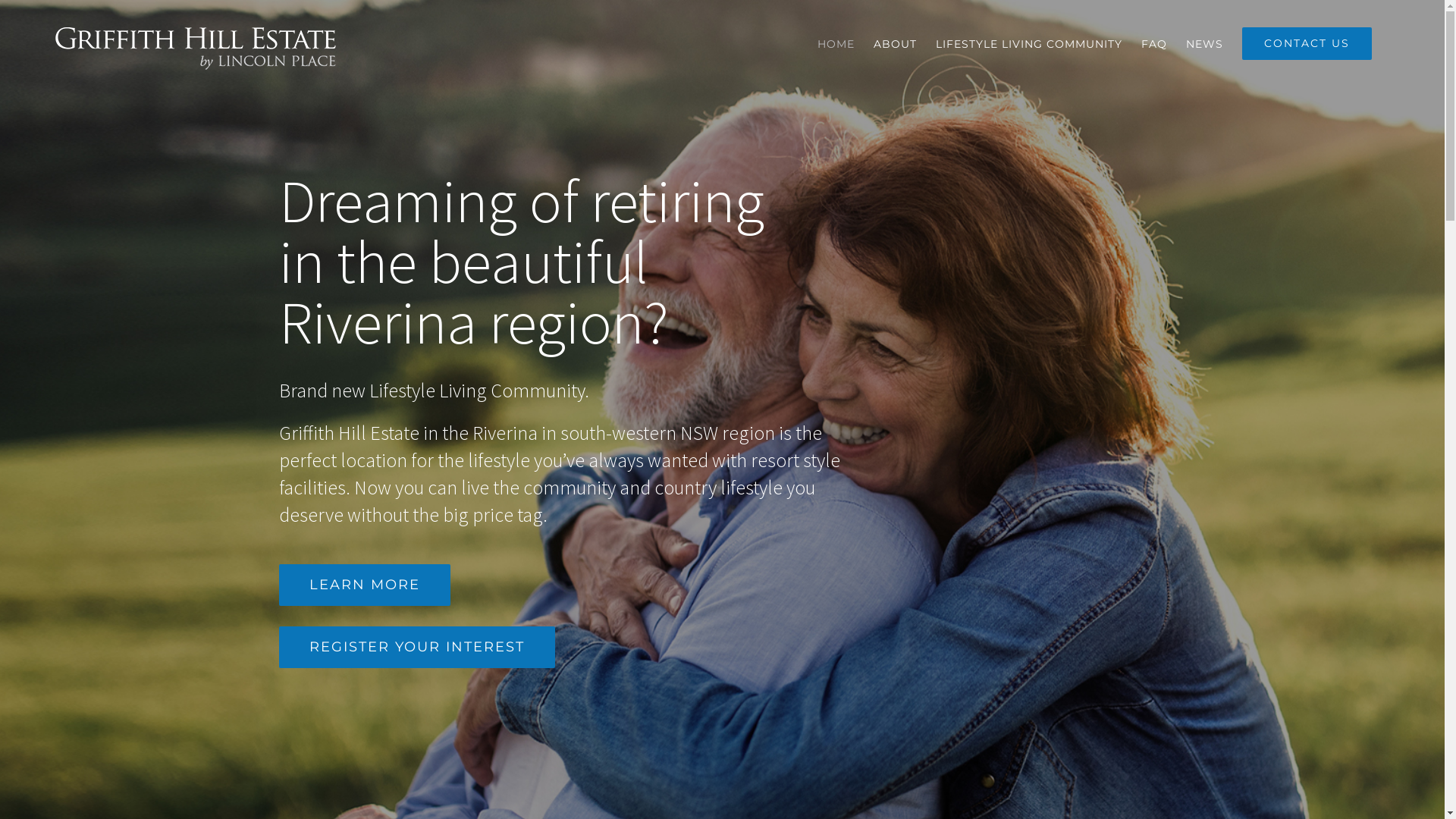 The width and height of the screenshot is (1456, 819). What do you see at coordinates (1306, 42) in the screenshot?
I see `'CONTACT US'` at bounding box center [1306, 42].